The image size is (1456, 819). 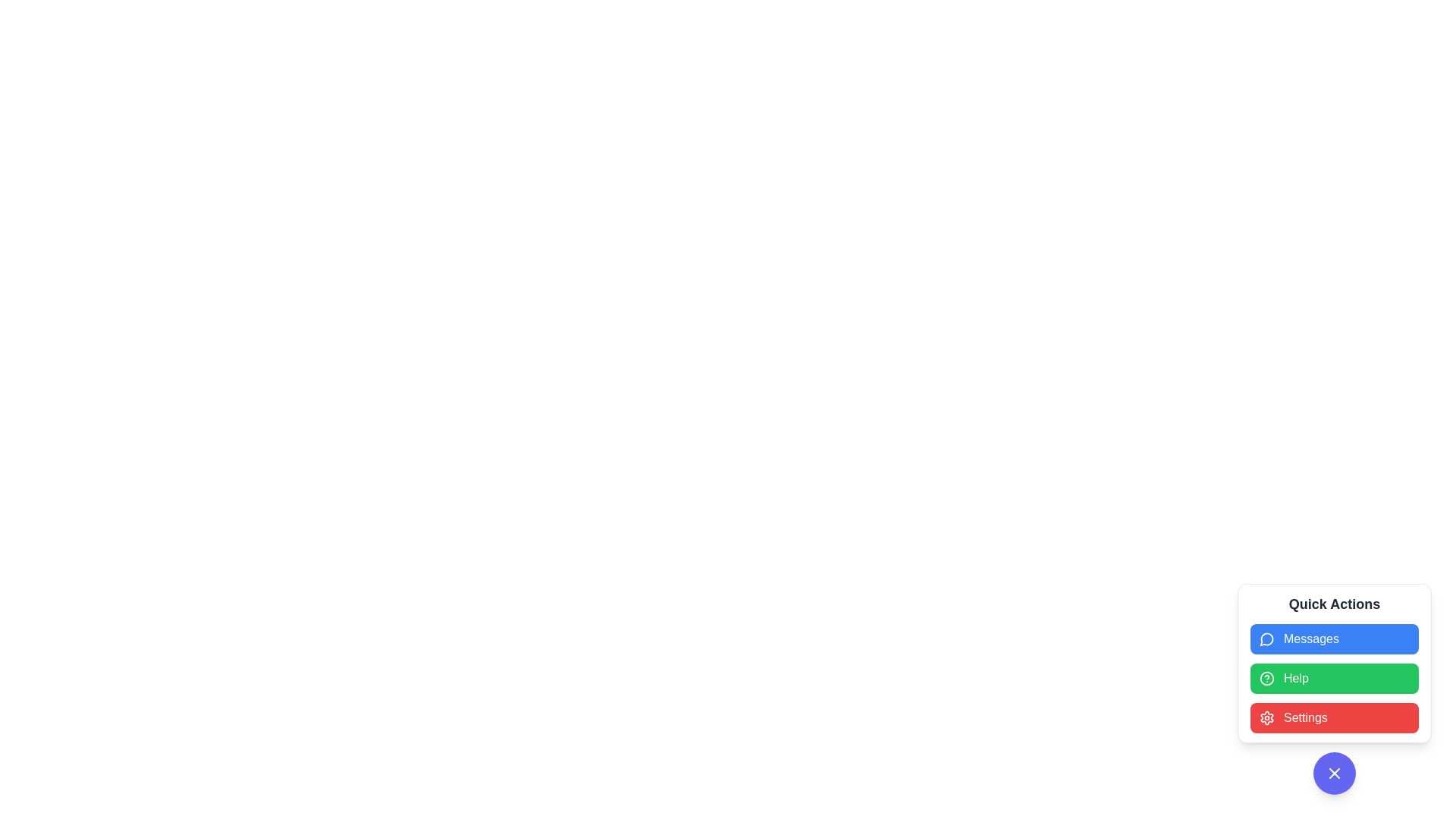 What do you see at coordinates (1335, 663) in the screenshot?
I see `the 'Help' button located in the middle of the vertically aligned group of three buttons under the title 'Quick Actions'` at bounding box center [1335, 663].